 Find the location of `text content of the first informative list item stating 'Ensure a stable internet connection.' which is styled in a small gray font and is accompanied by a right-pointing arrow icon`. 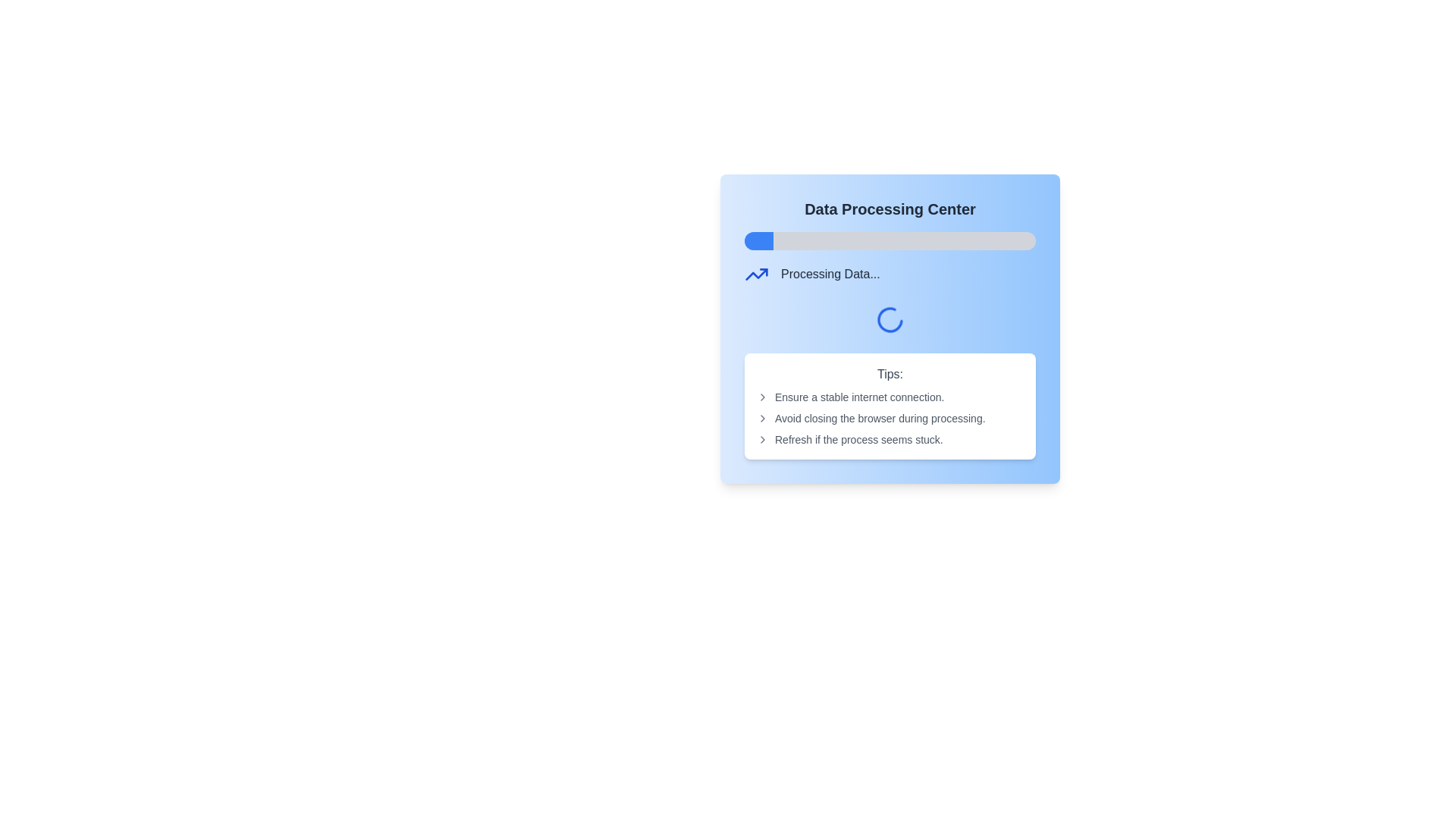

text content of the first informative list item stating 'Ensure a stable internet connection.' which is styled in a small gray font and is accompanied by a right-pointing arrow icon is located at coordinates (890, 397).